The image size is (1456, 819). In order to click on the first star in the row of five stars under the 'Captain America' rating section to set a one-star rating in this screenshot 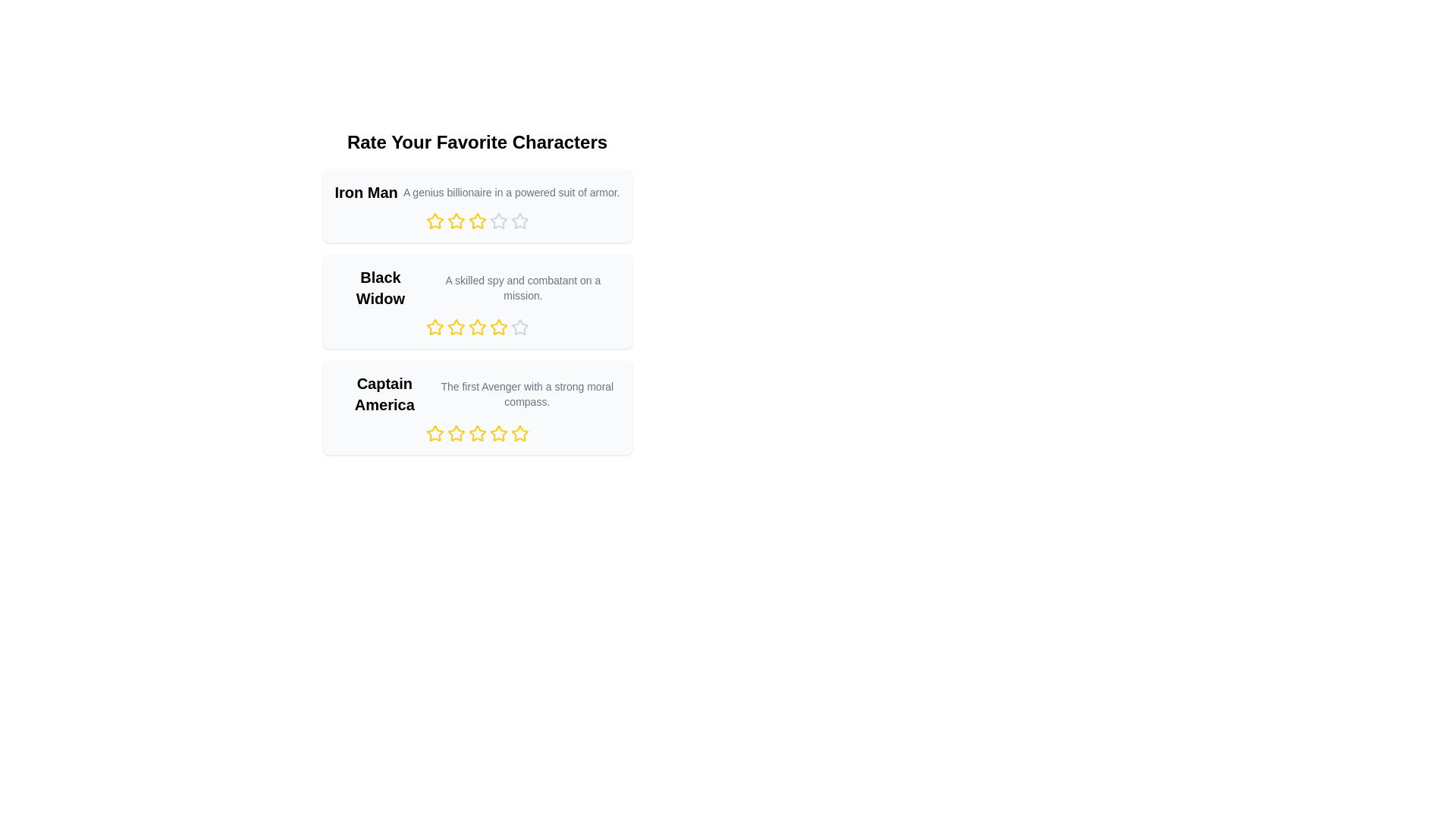, I will do `click(455, 433)`.